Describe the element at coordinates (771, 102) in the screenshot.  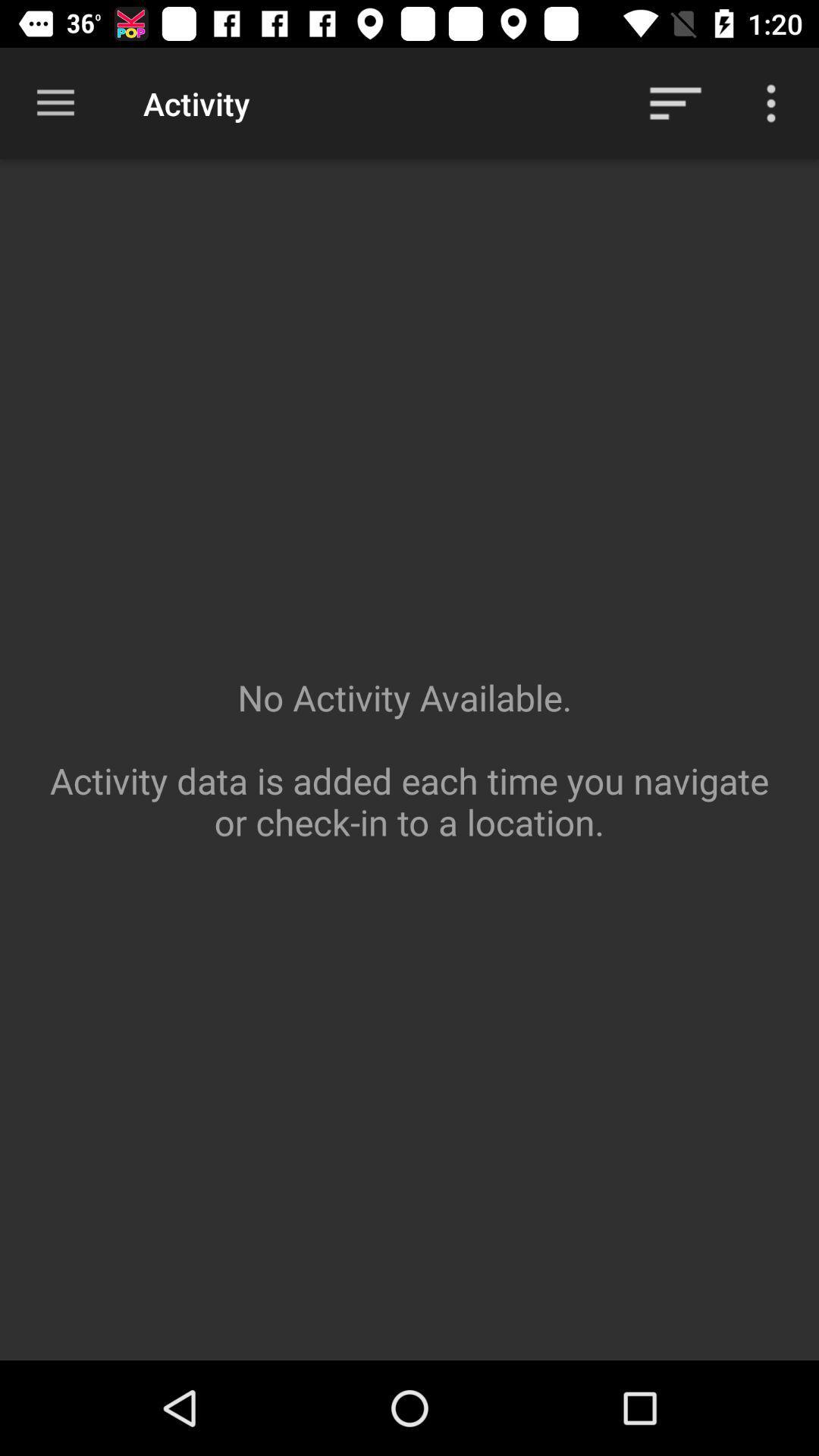
I see `more options` at that location.